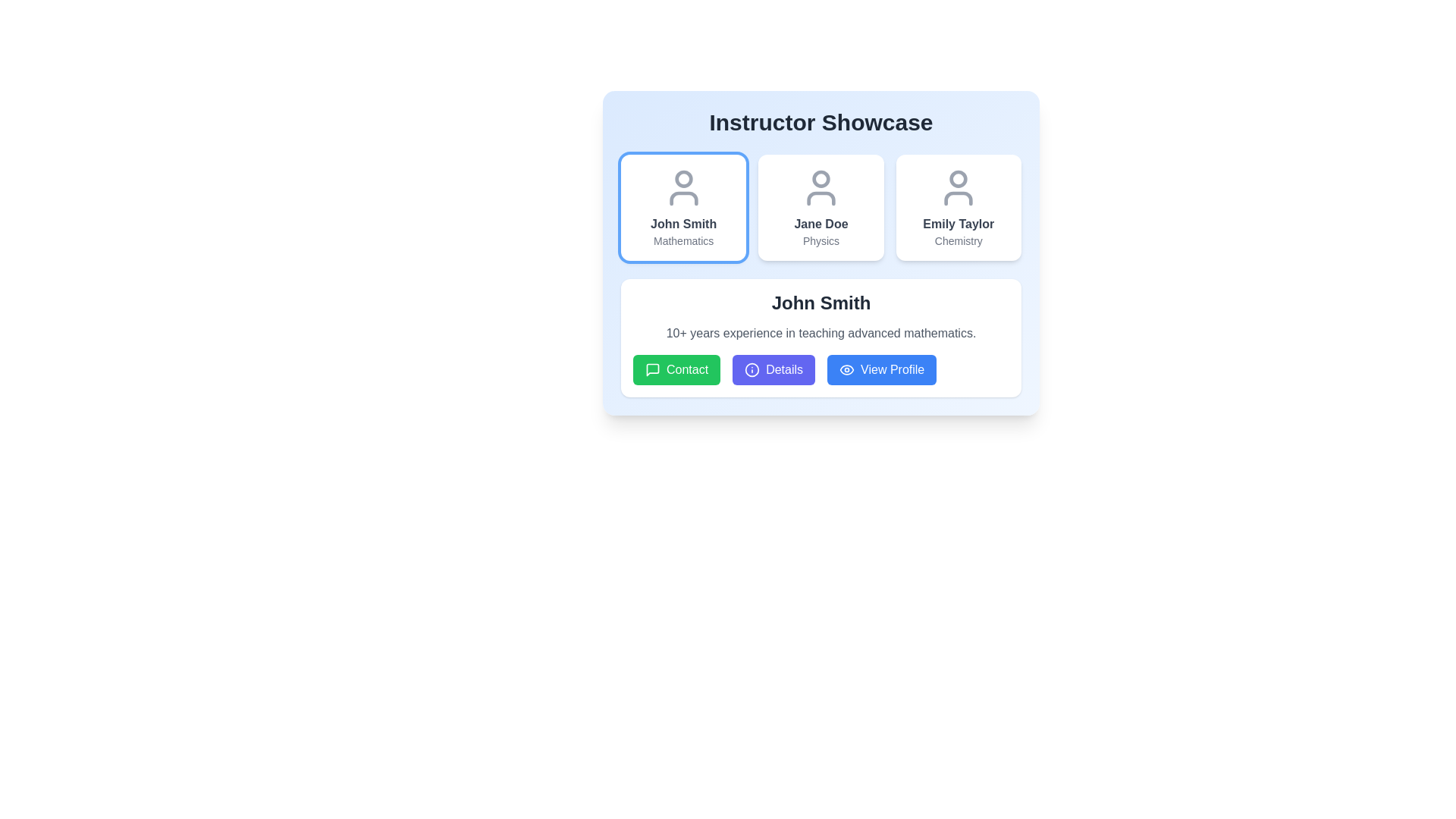 The height and width of the screenshot is (819, 1456). What do you see at coordinates (958, 187) in the screenshot?
I see `the icon representing the user Emily Taylor in the Instructor Showcase section, located above the text 'Emily Taylor' and 'Chemistry'` at bounding box center [958, 187].